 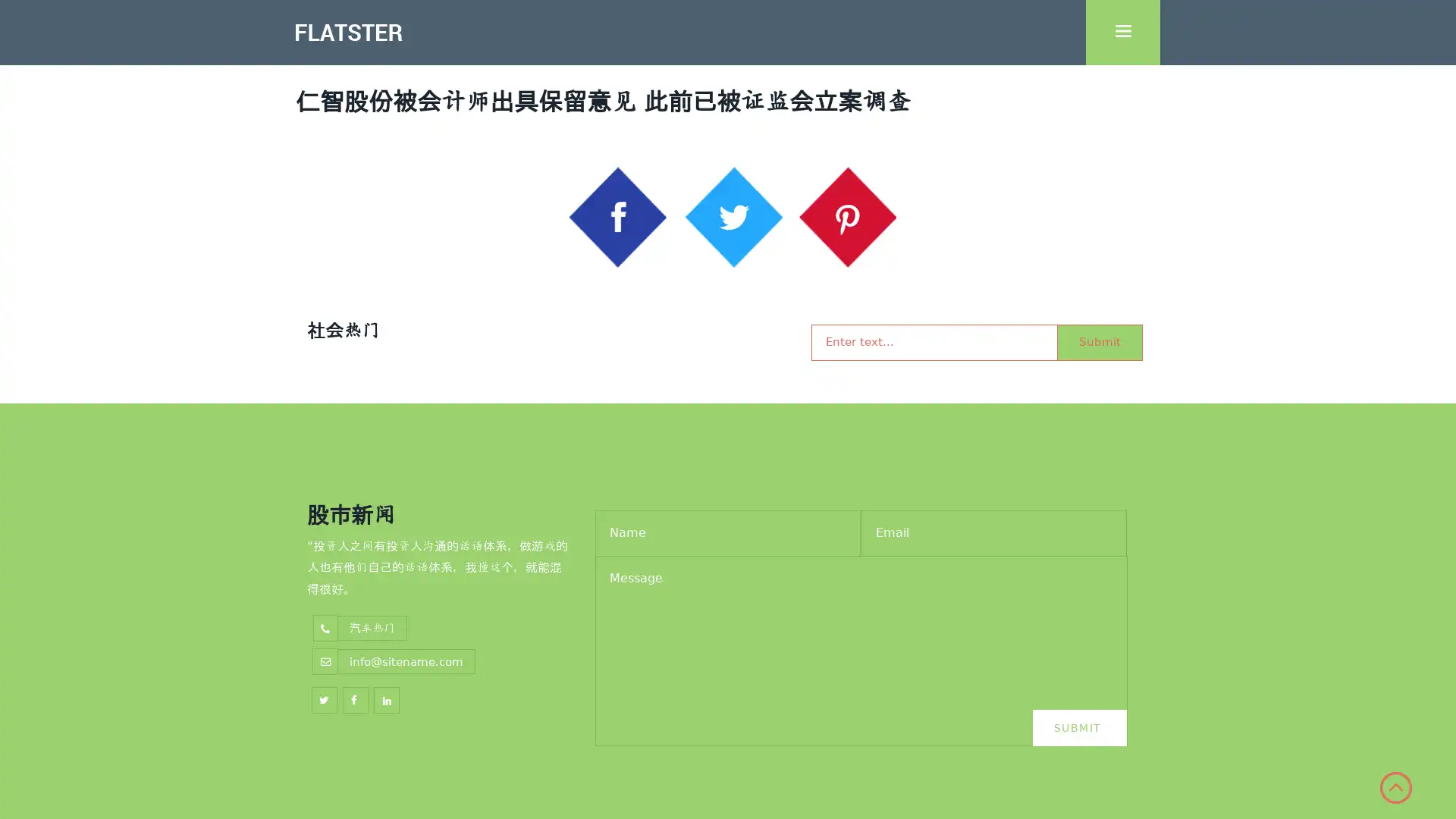 What do you see at coordinates (1078, 726) in the screenshot?
I see `Submit` at bounding box center [1078, 726].